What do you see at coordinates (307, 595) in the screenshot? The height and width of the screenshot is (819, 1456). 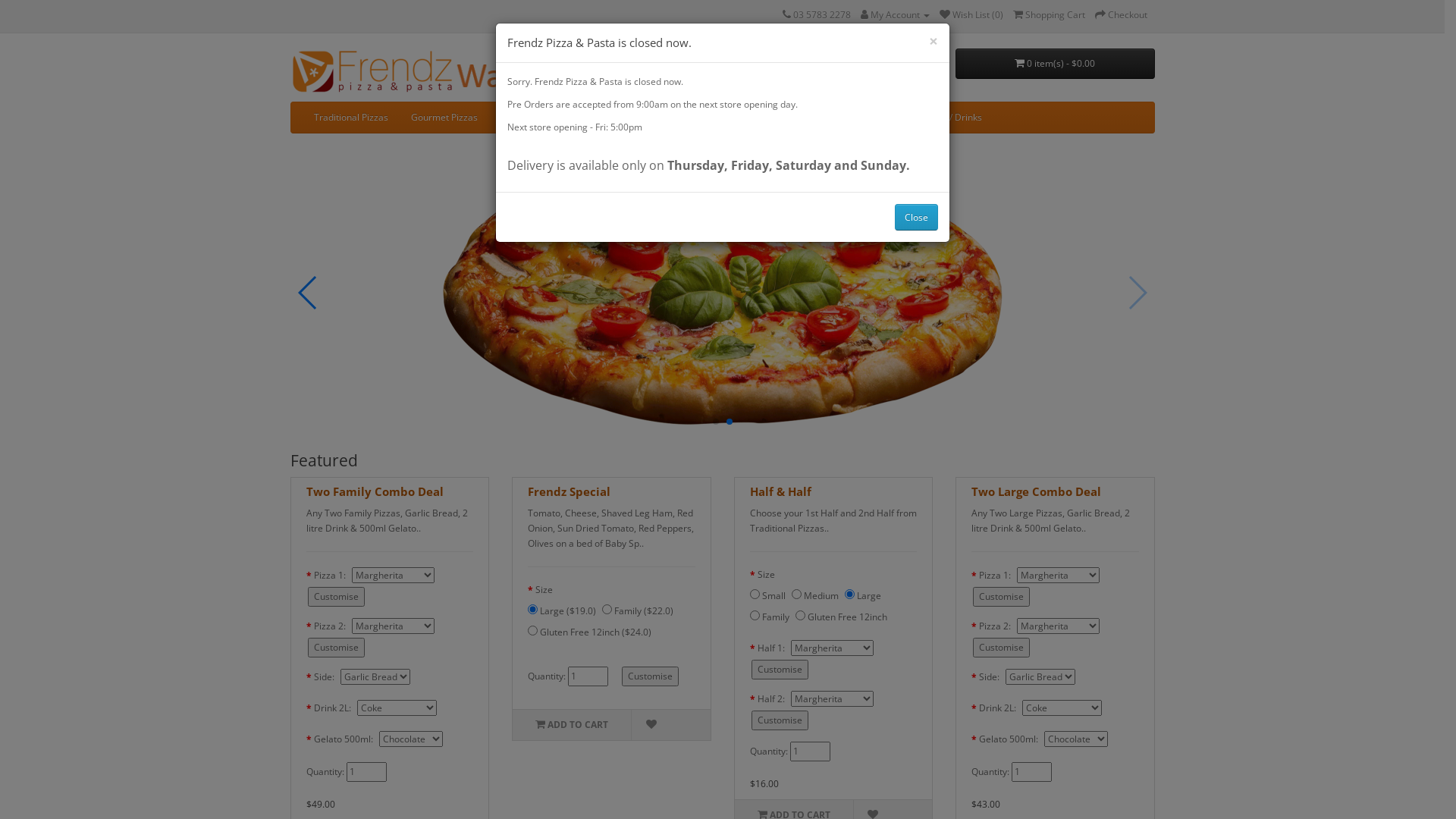 I see `'Customise'` at bounding box center [307, 595].